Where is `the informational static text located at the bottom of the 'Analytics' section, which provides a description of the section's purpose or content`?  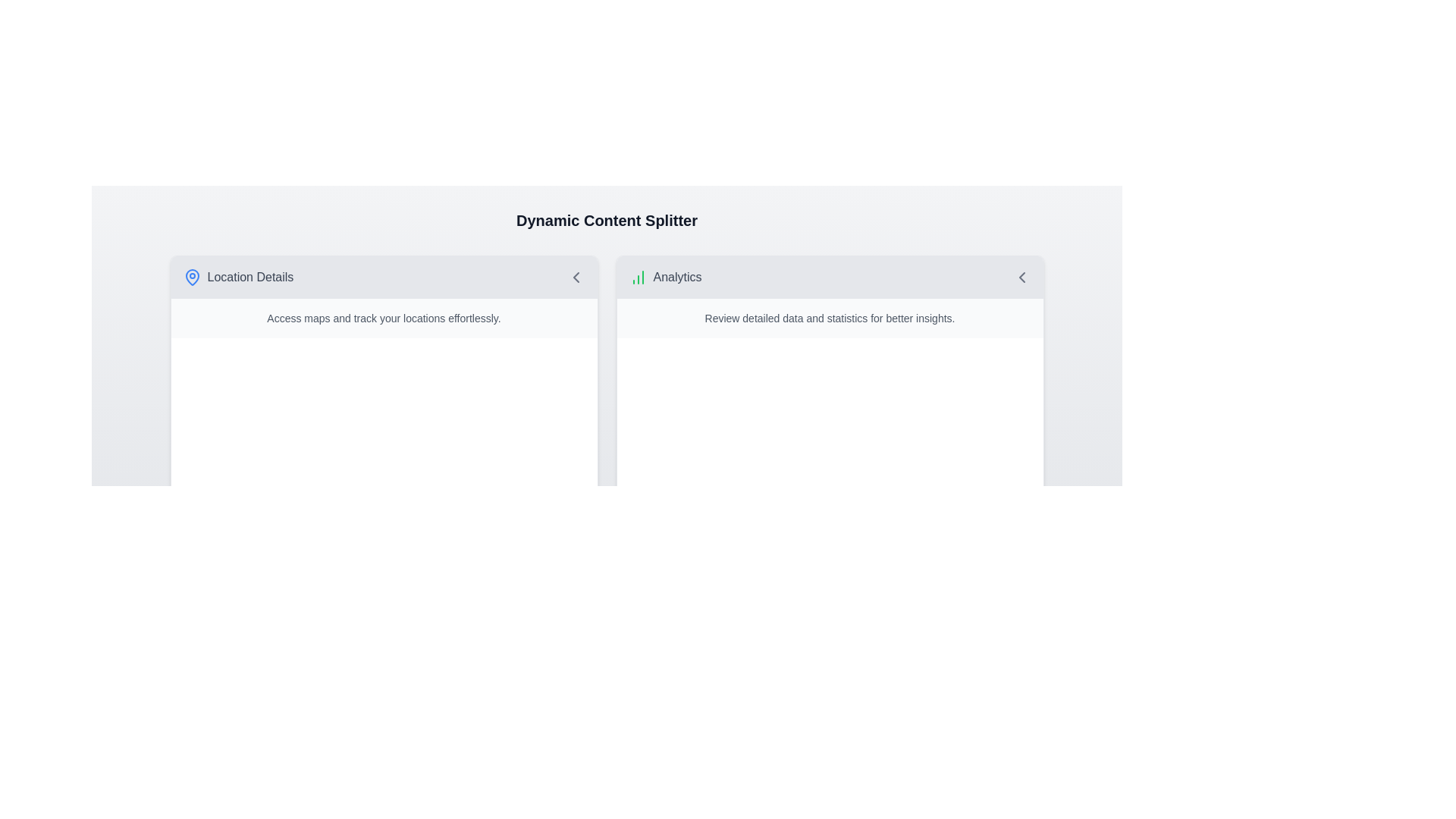 the informational static text located at the bottom of the 'Analytics' section, which provides a description of the section's purpose or content is located at coordinates (829, 318).